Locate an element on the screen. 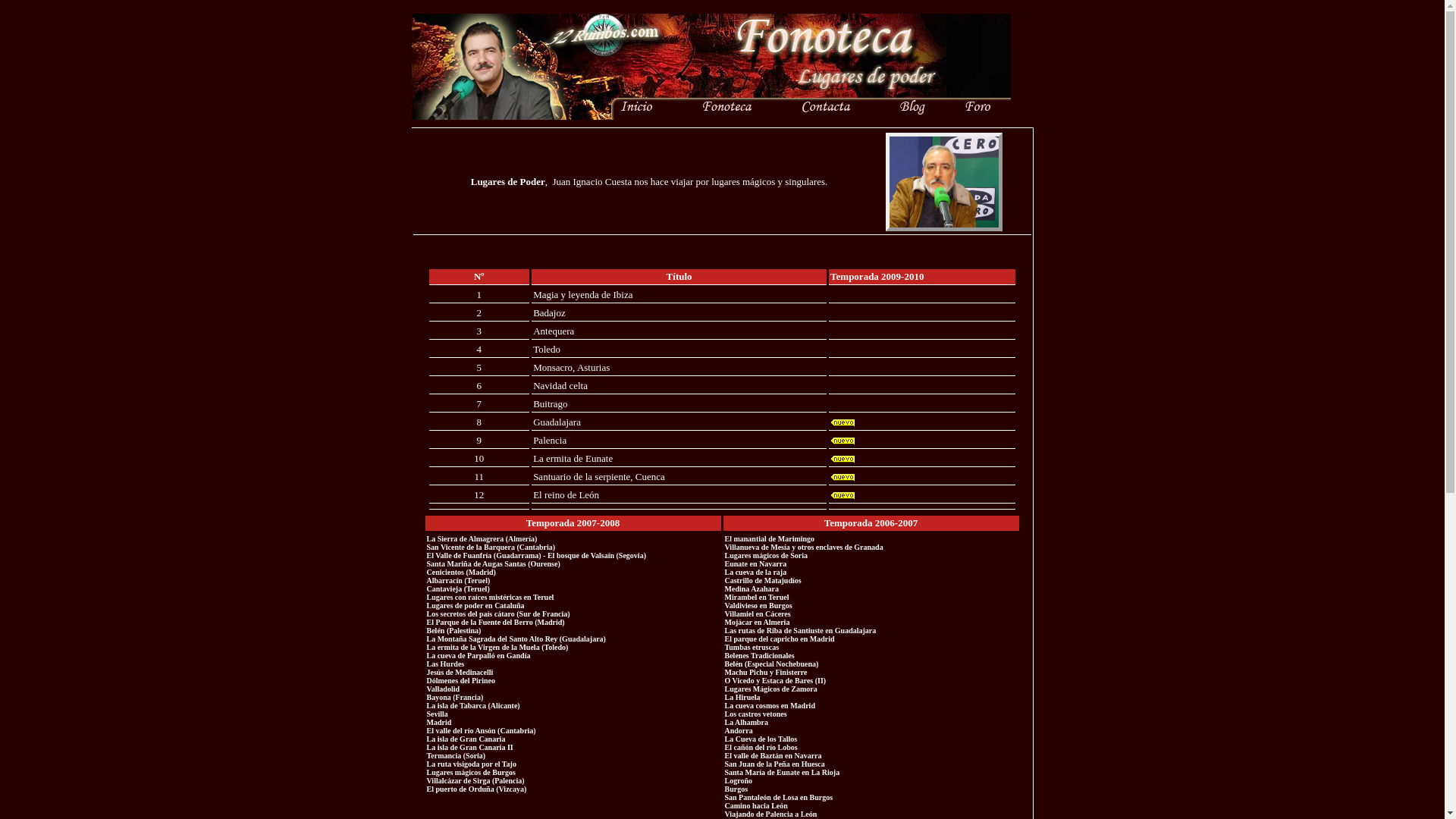 The height and width of the screenshot is (819, 1456). 'Medina Azahara      ' is located at coordinates (757, 588).